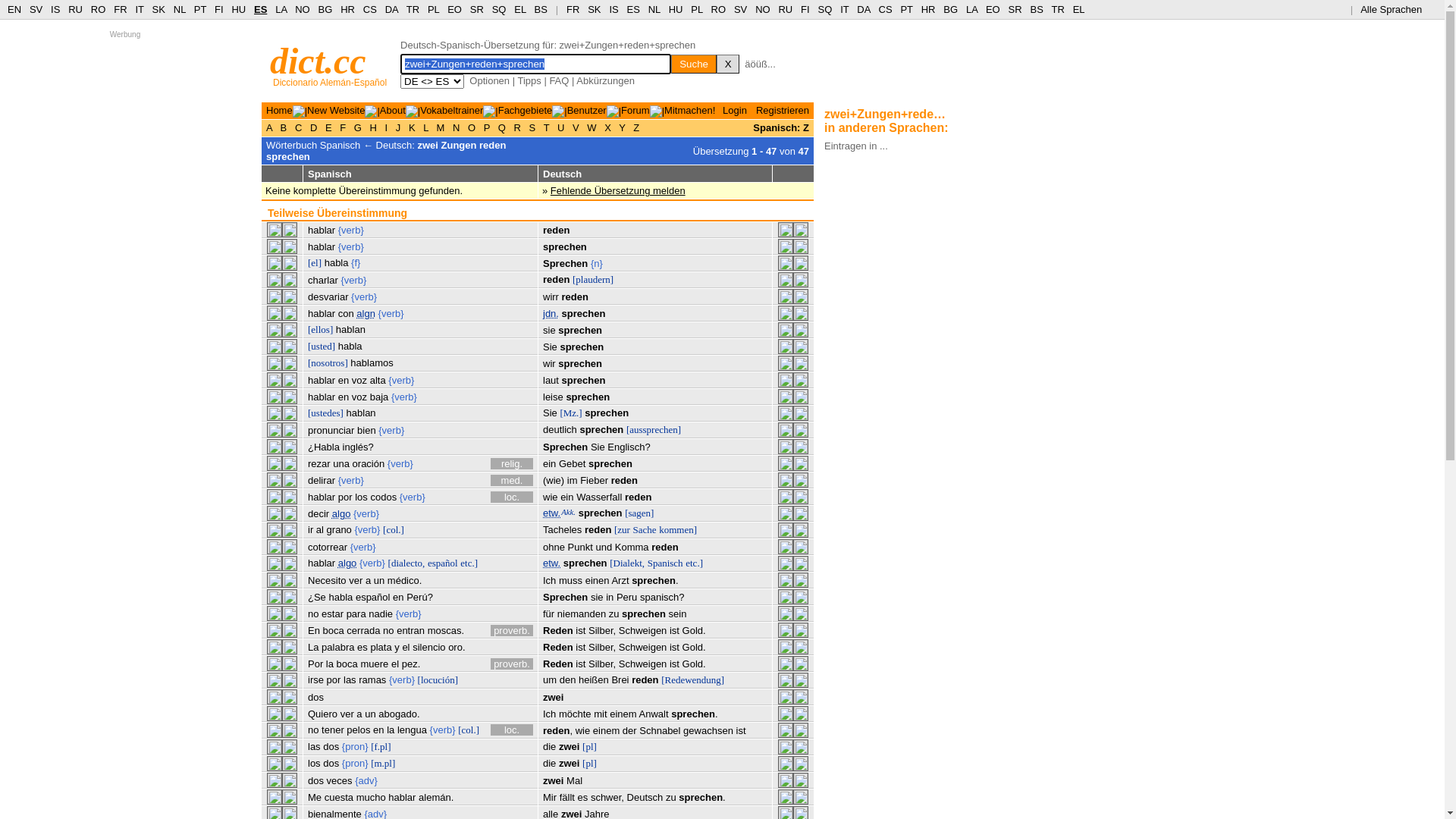 The height and width of the screenshot is (819, 1456). Describe the element at coordinates (346, 714) in the screenshot. I see `'ver'` at that location.